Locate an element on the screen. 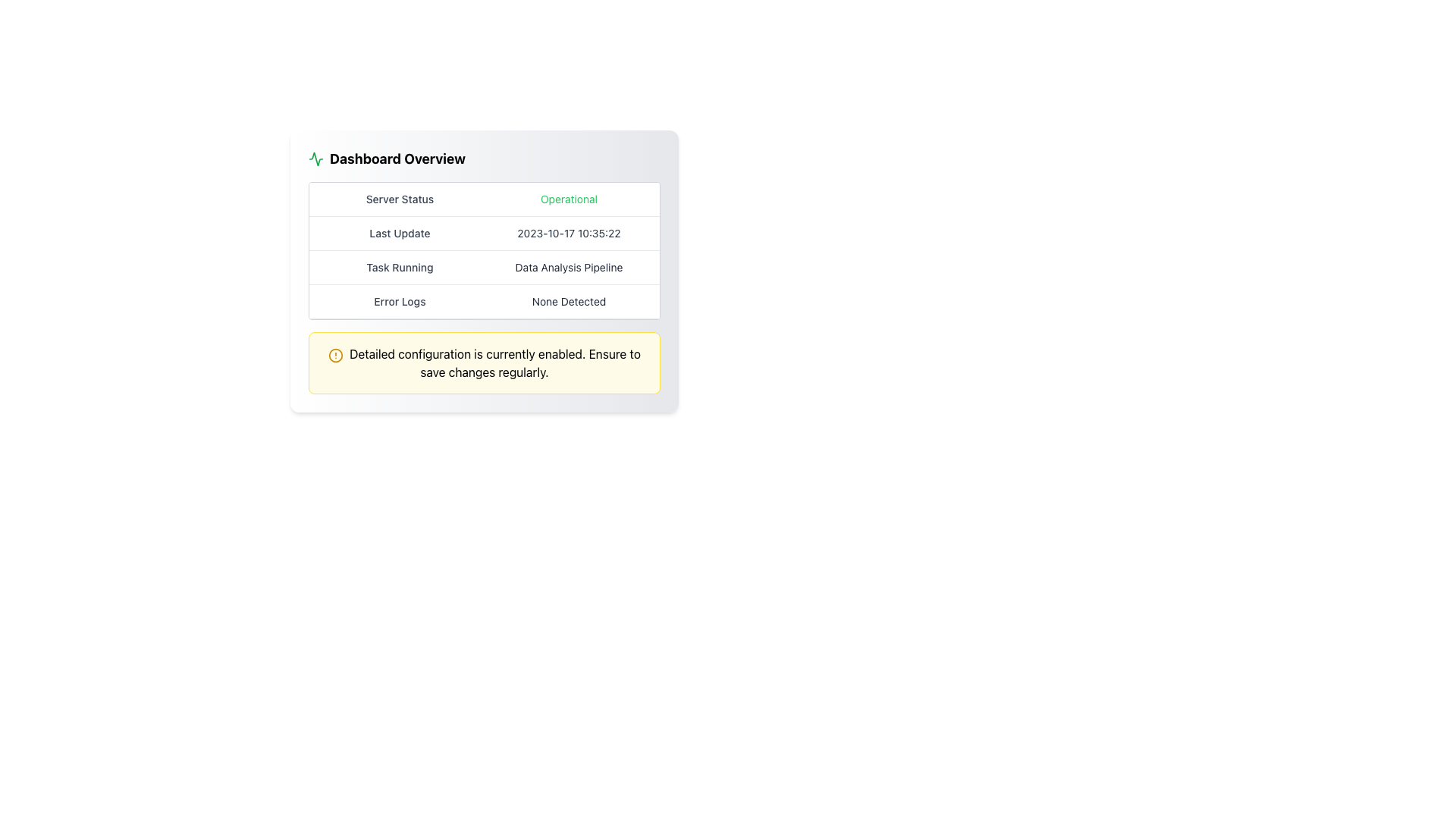  the static text label displaying 'Error Logs', which is aligned to the left in a table-like grid structure, below the 'Task Running' row is located at coordinates (400, 301).